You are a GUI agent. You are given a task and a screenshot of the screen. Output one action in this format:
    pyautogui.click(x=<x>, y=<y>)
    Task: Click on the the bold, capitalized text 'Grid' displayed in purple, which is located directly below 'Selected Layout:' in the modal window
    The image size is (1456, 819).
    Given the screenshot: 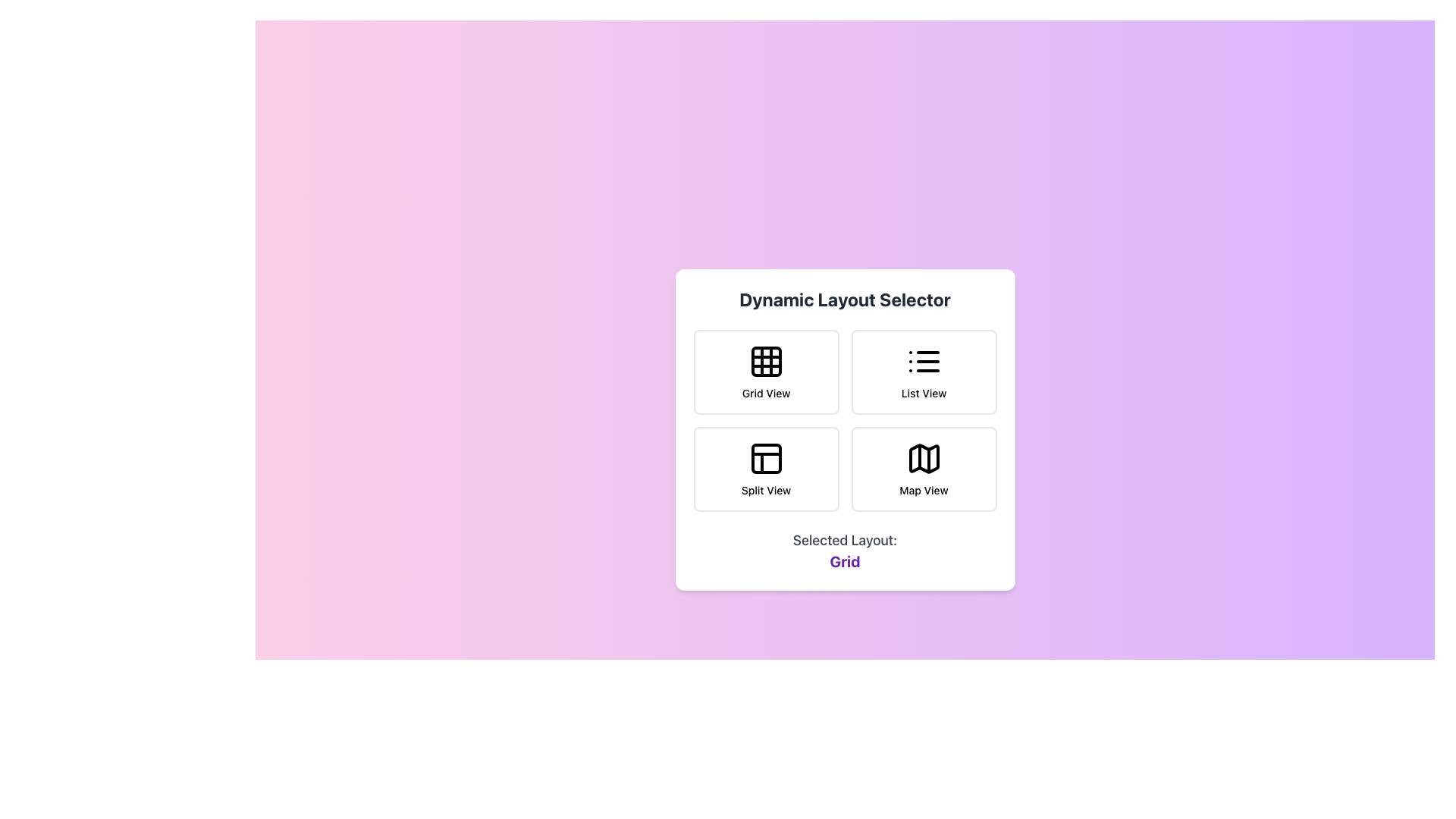 What is the action you would take?
    pyautogui.click(x=844, y=561)
    